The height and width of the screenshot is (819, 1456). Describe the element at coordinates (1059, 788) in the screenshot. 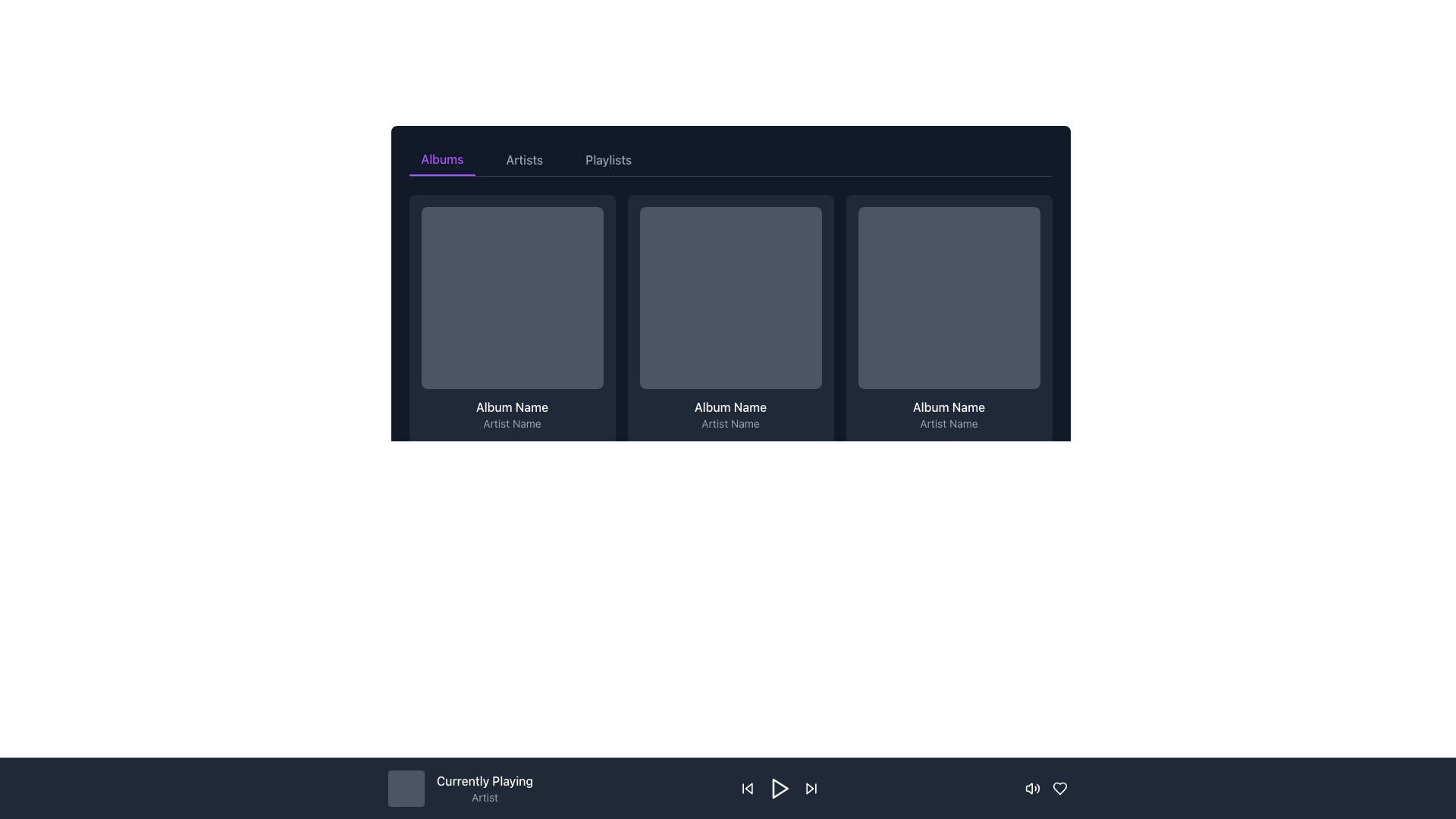

I see `the heart icon button located in the bottom bar to mark the item as favorite` at that location.